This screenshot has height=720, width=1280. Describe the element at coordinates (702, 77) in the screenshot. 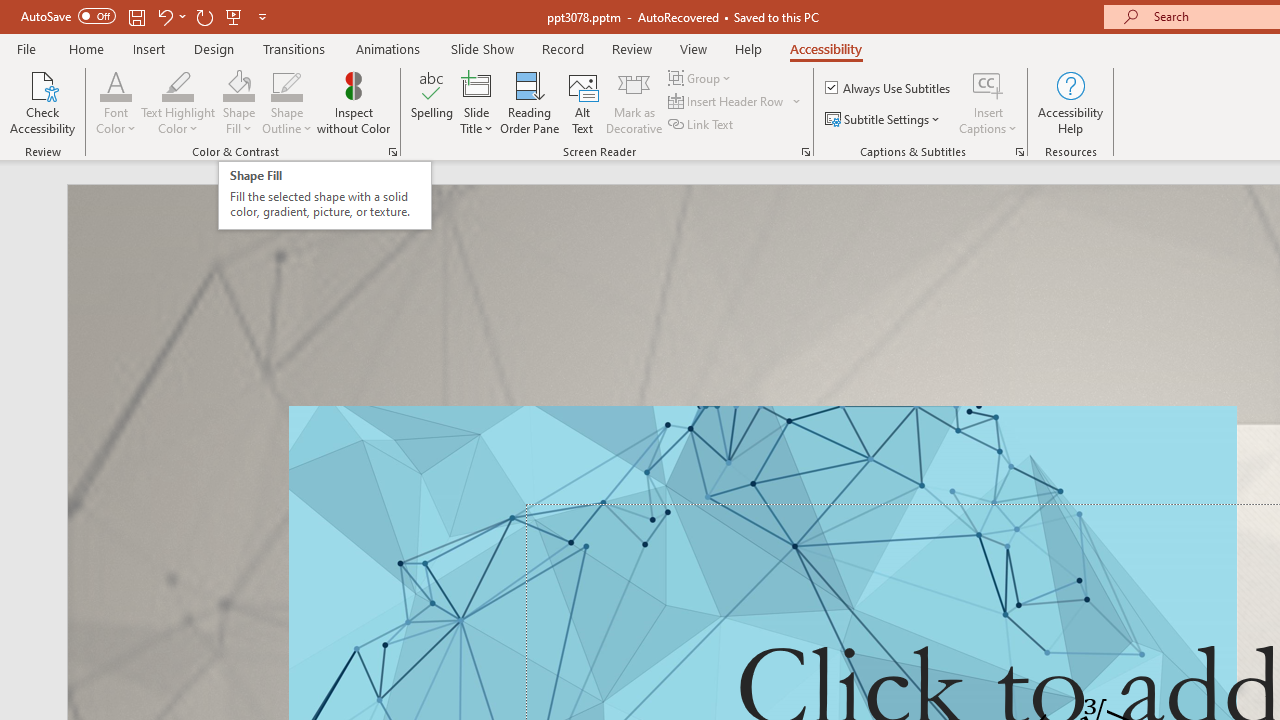

I see `'Group'` at that location.